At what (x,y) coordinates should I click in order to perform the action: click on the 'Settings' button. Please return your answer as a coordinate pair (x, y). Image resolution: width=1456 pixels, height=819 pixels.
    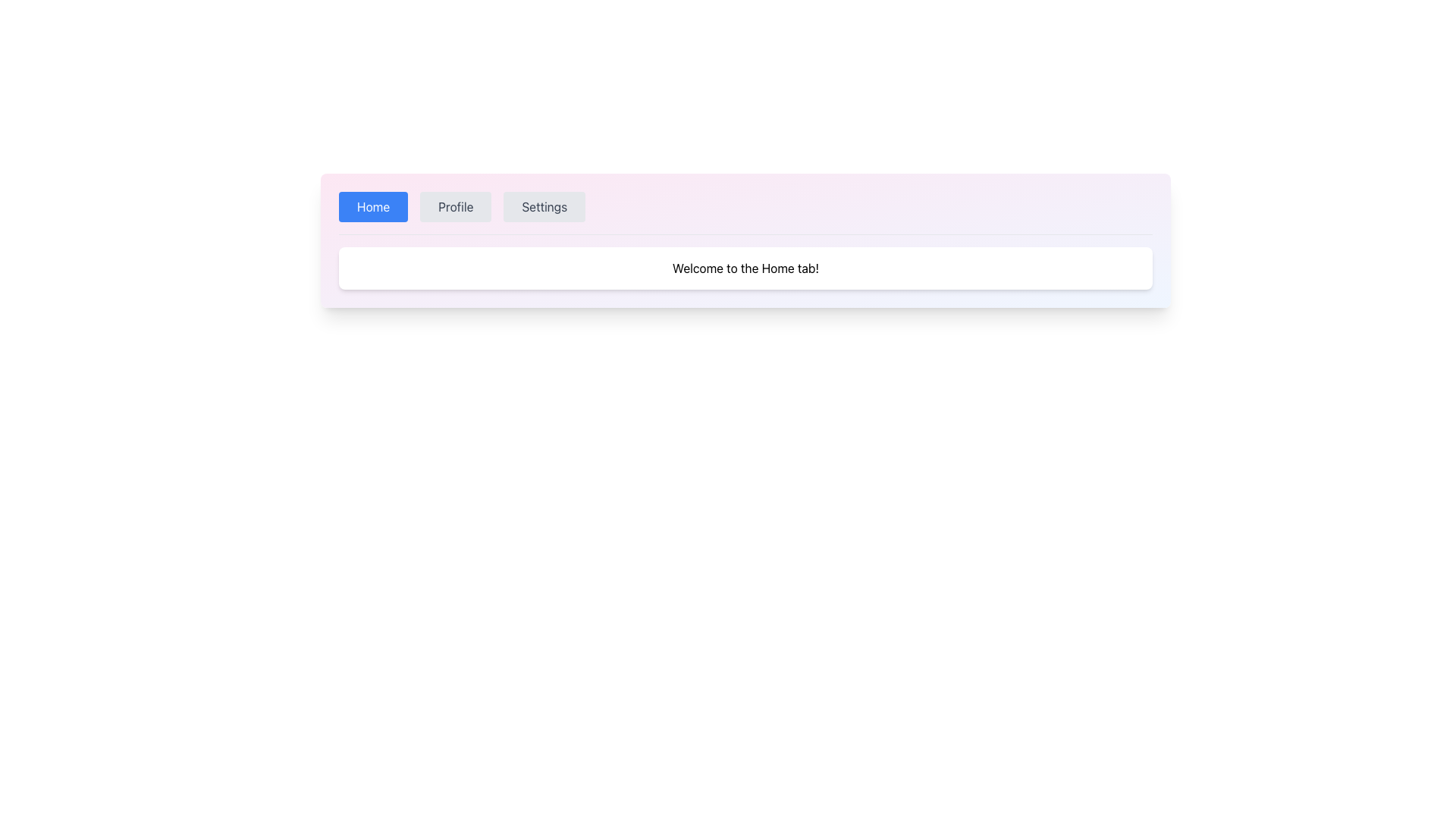
    Looking at the image, I should click on (544, 207).